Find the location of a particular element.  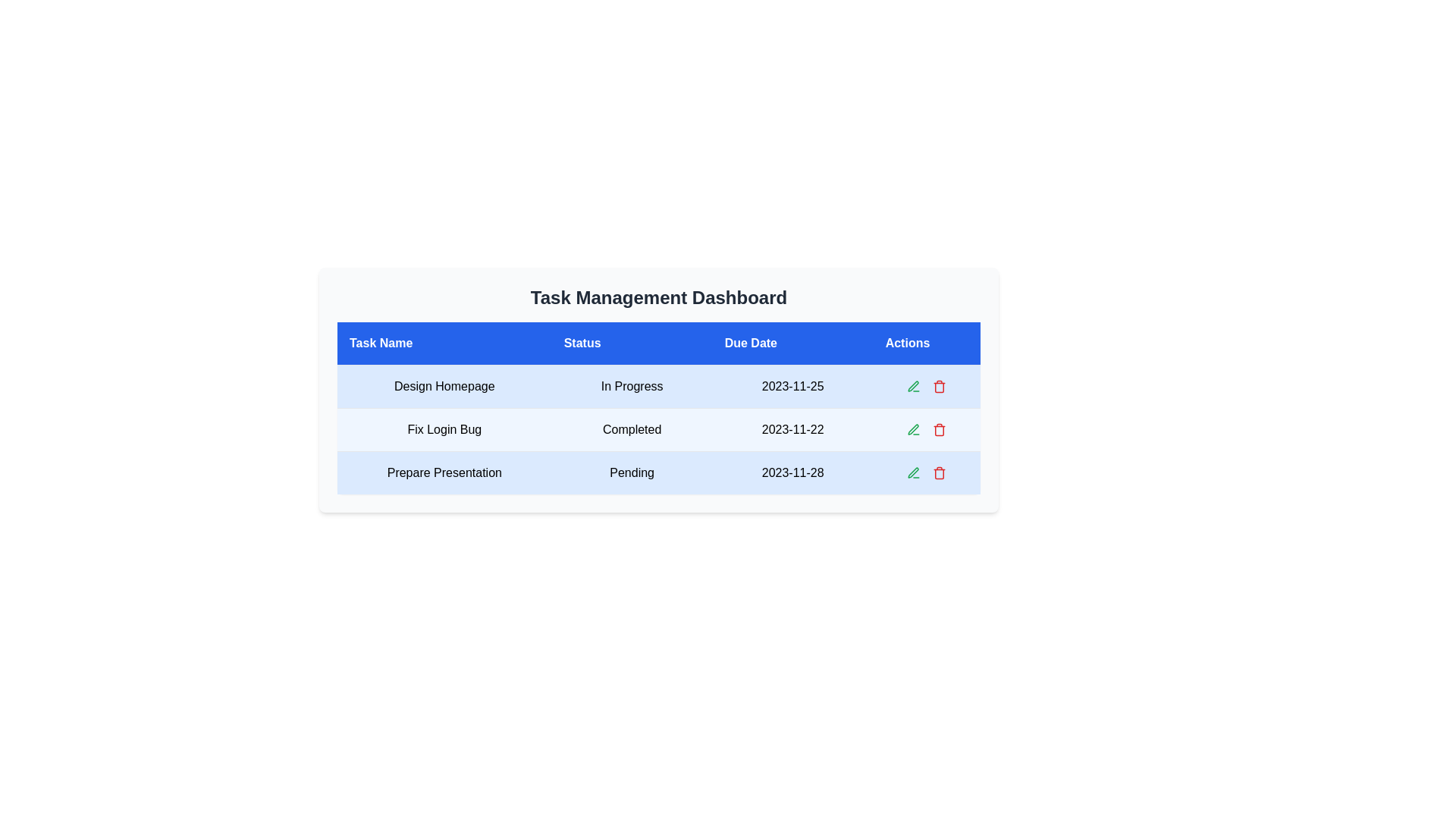

date displayed in the Text Label indicating the due date '2023-11-28' for the task 'Prepare Presentation', located in the third row under the 'Due Date' column is located at coordinates (792, 472).